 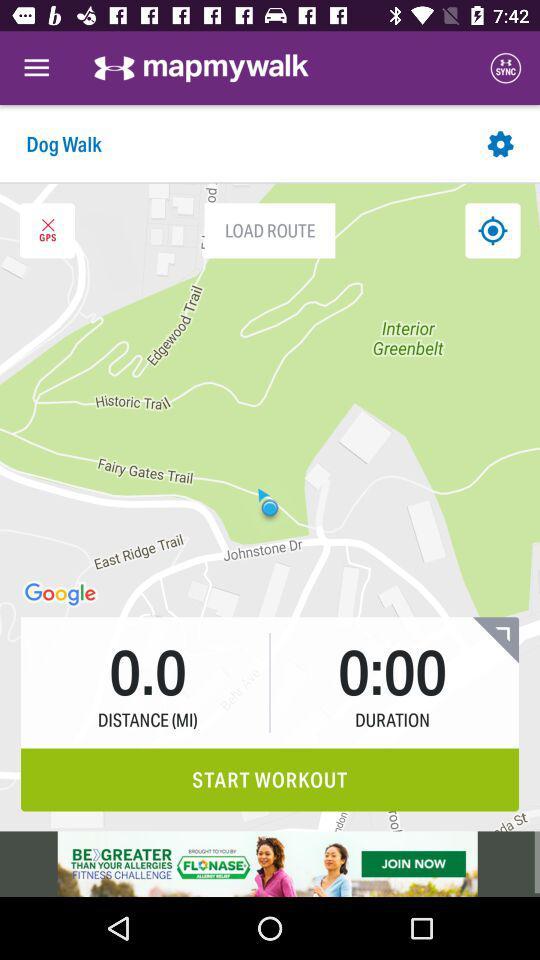 What do you see at coordinates (494, 639) in the screenshot?
I see `the bookmark icon` at bounding box center [494, 639].